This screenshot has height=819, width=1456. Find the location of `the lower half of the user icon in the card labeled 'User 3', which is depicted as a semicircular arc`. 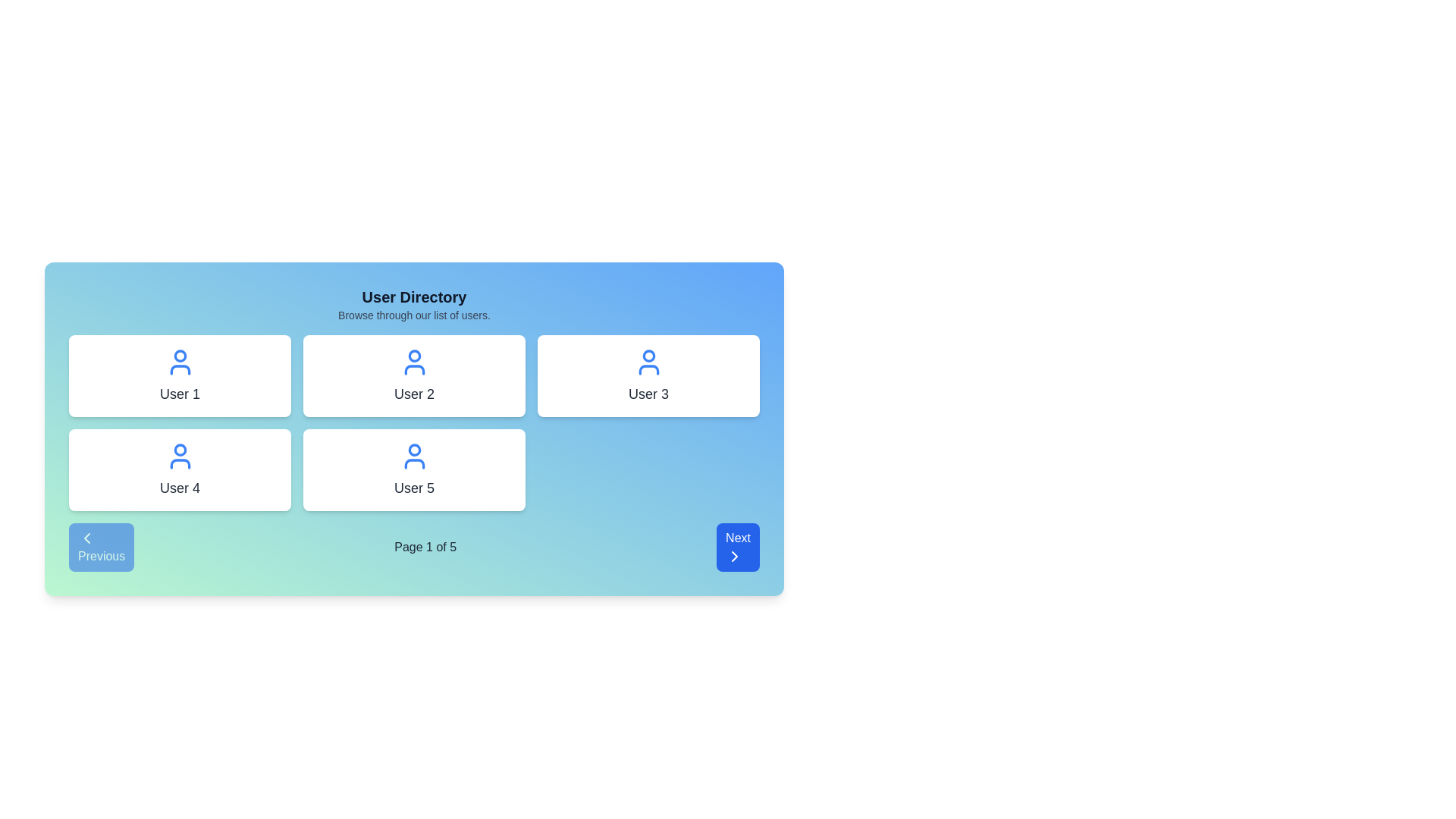

the lower half of the user icon in the card labeled 'User 3', which is depicted as a semicircular arc is located at coordinates (648, 370).